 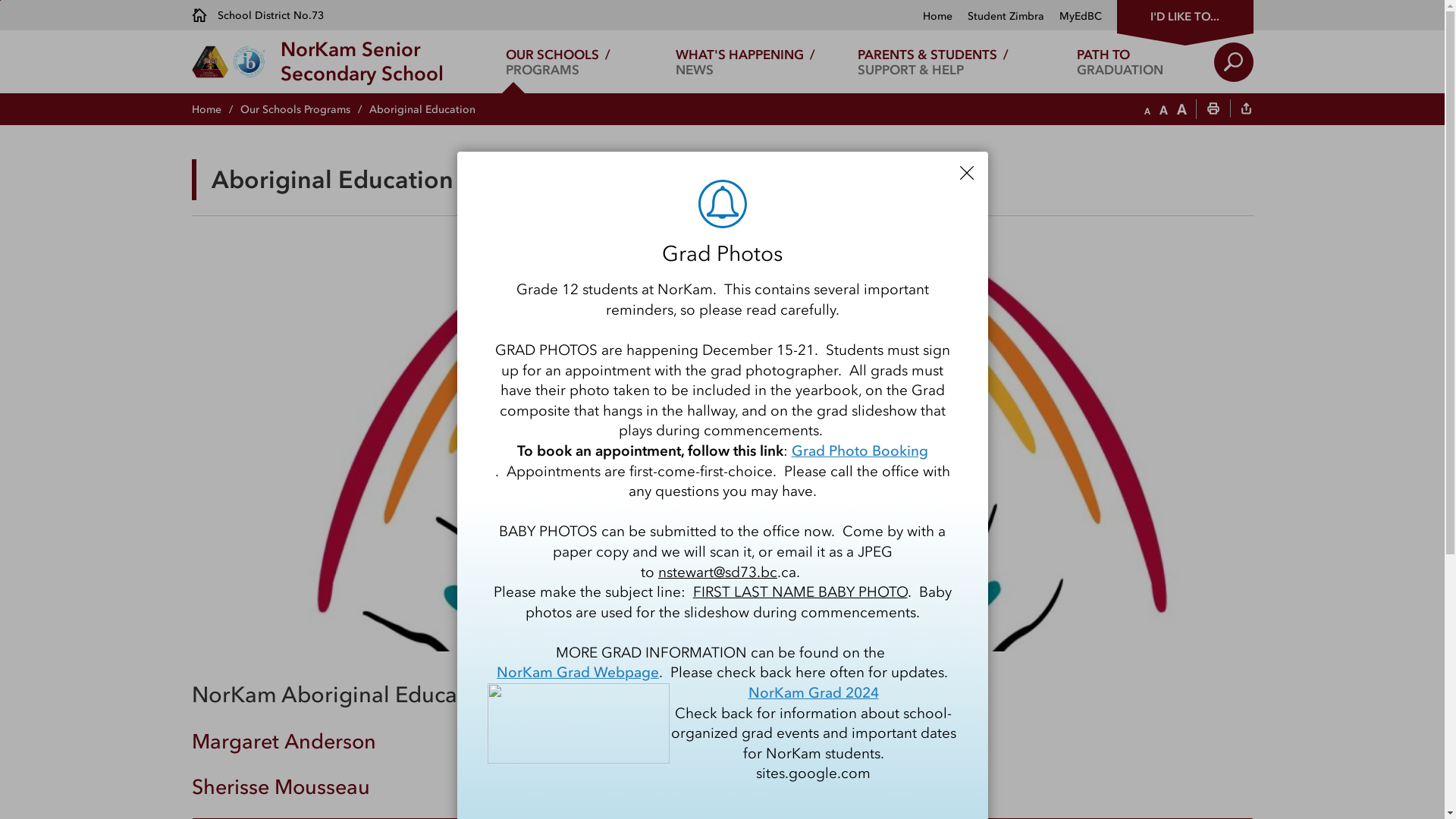 What do you see at coordinates (234, 61) in the screenshot?
I see `'Click to return to the homepage'` at bounding box center [234, 61].